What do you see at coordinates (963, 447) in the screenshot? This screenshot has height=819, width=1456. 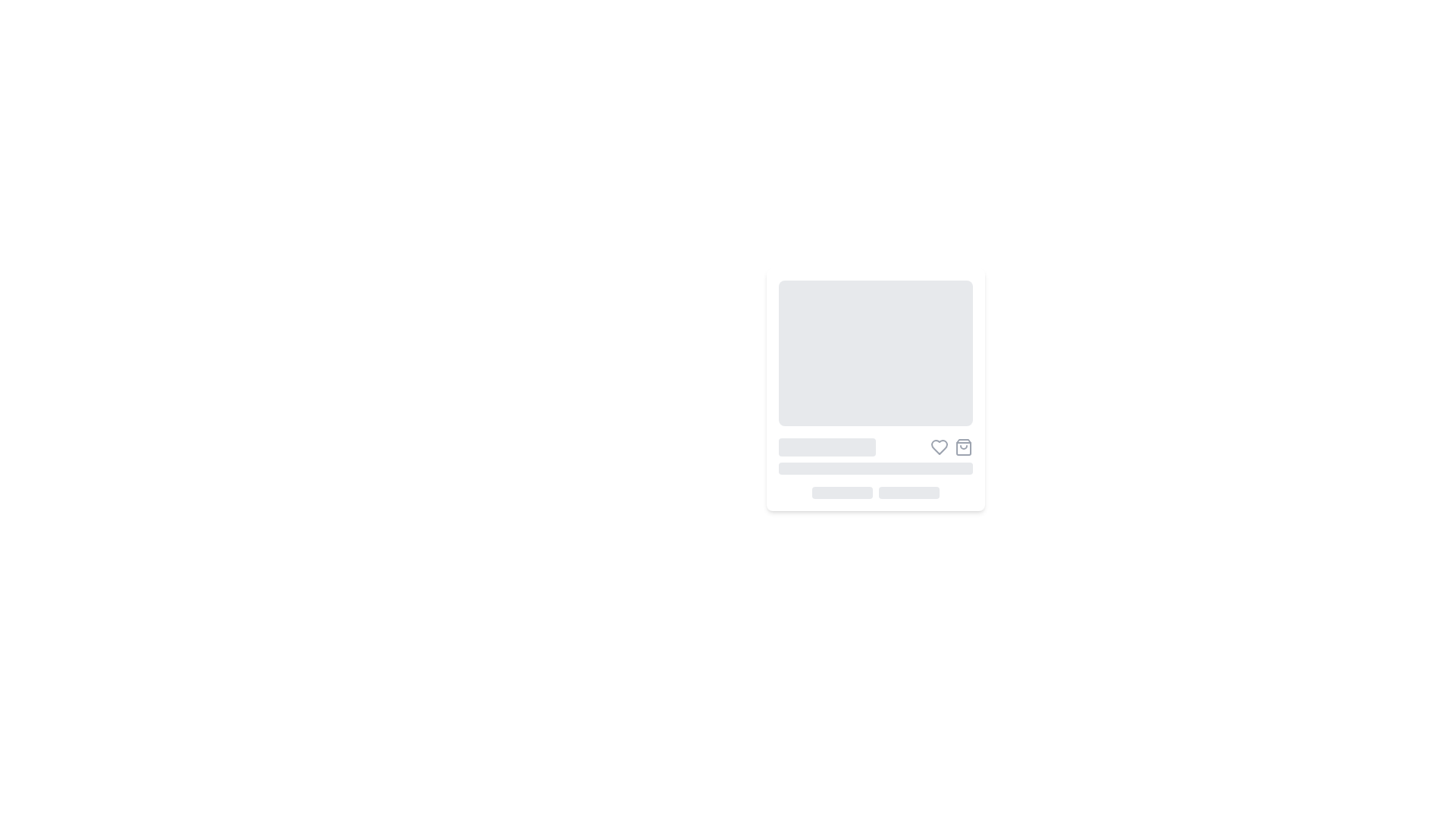 I see `the shopping-related SVG icon located at the bottom-right of the card component, adjacent to the heart icon` at bounding box center [963, 447].